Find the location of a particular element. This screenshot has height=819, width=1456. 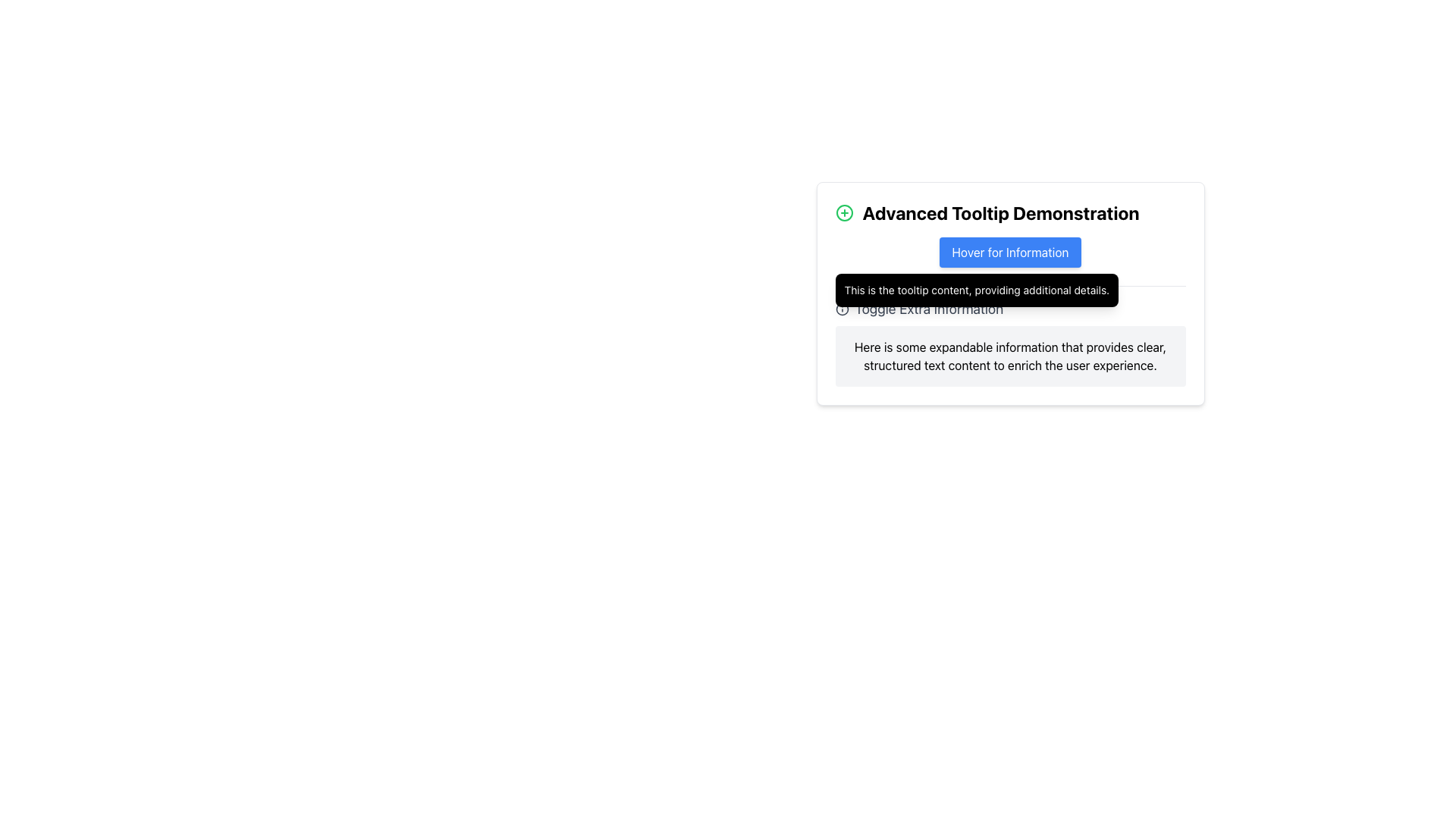

the Icon Button with a plus sign icon, located to the left of the title text 'Advanced Tooltip Demonstration', to prepare for keyboard interaction is located at coordinates (843, 213).